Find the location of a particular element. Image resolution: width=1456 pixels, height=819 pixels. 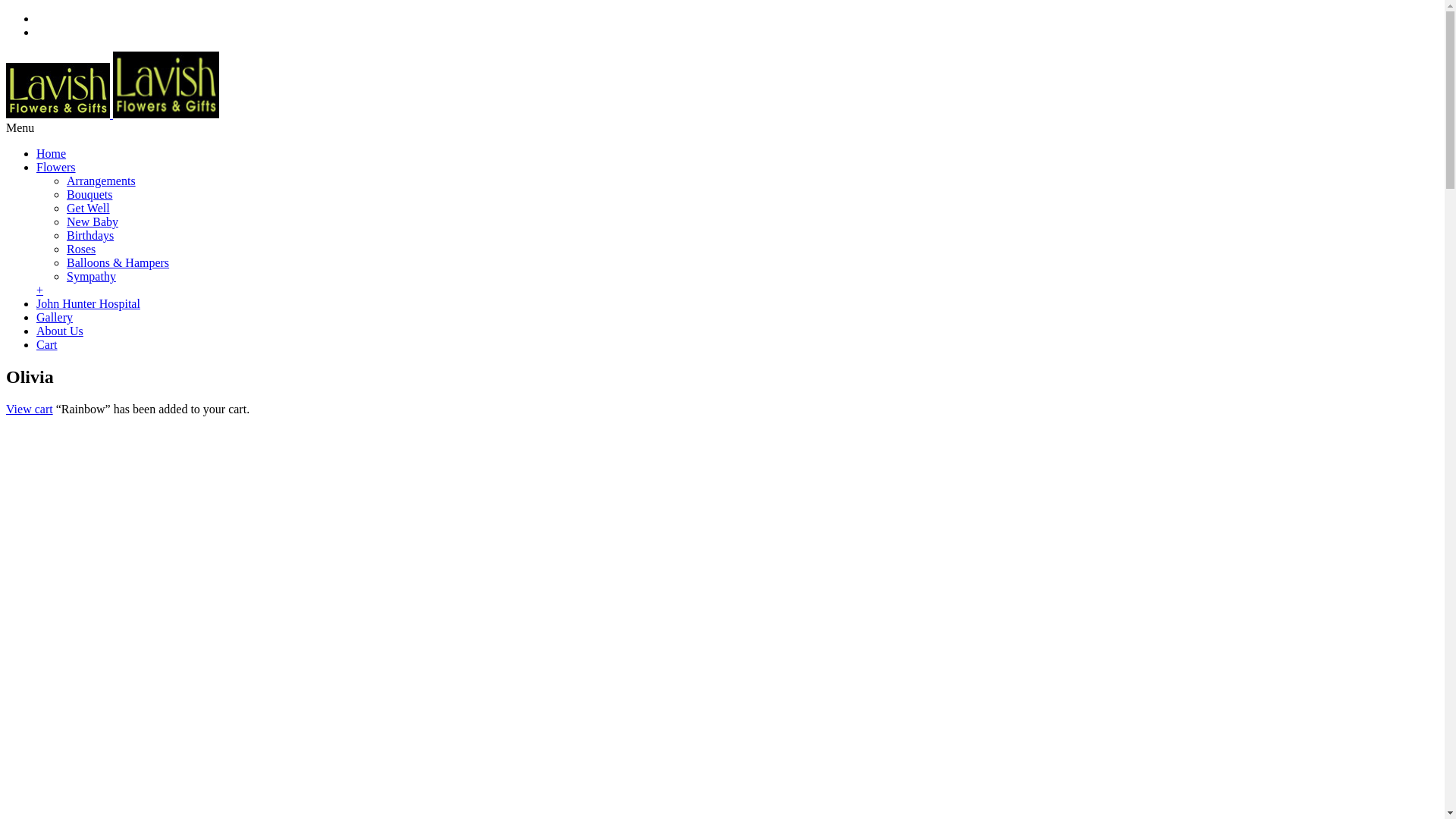

'Roses' is located at coordinates (80, 248).